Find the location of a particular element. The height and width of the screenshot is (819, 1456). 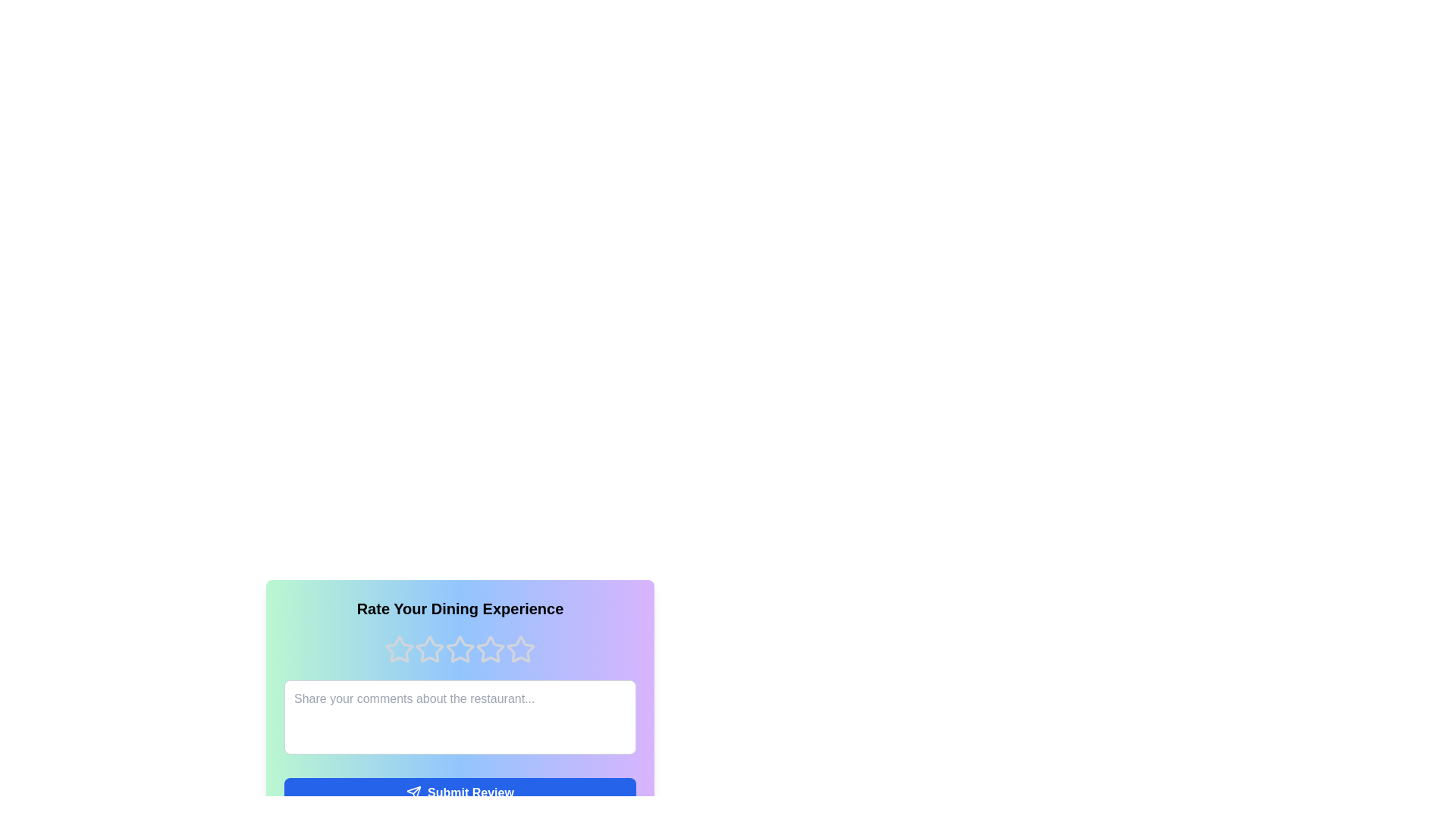

the first star-shaped icon in a horizontal sequence of five stars, which is outlined in gray and positioned below the text 'Rate Your Dining Experience' is located at coordinates (400, 648).